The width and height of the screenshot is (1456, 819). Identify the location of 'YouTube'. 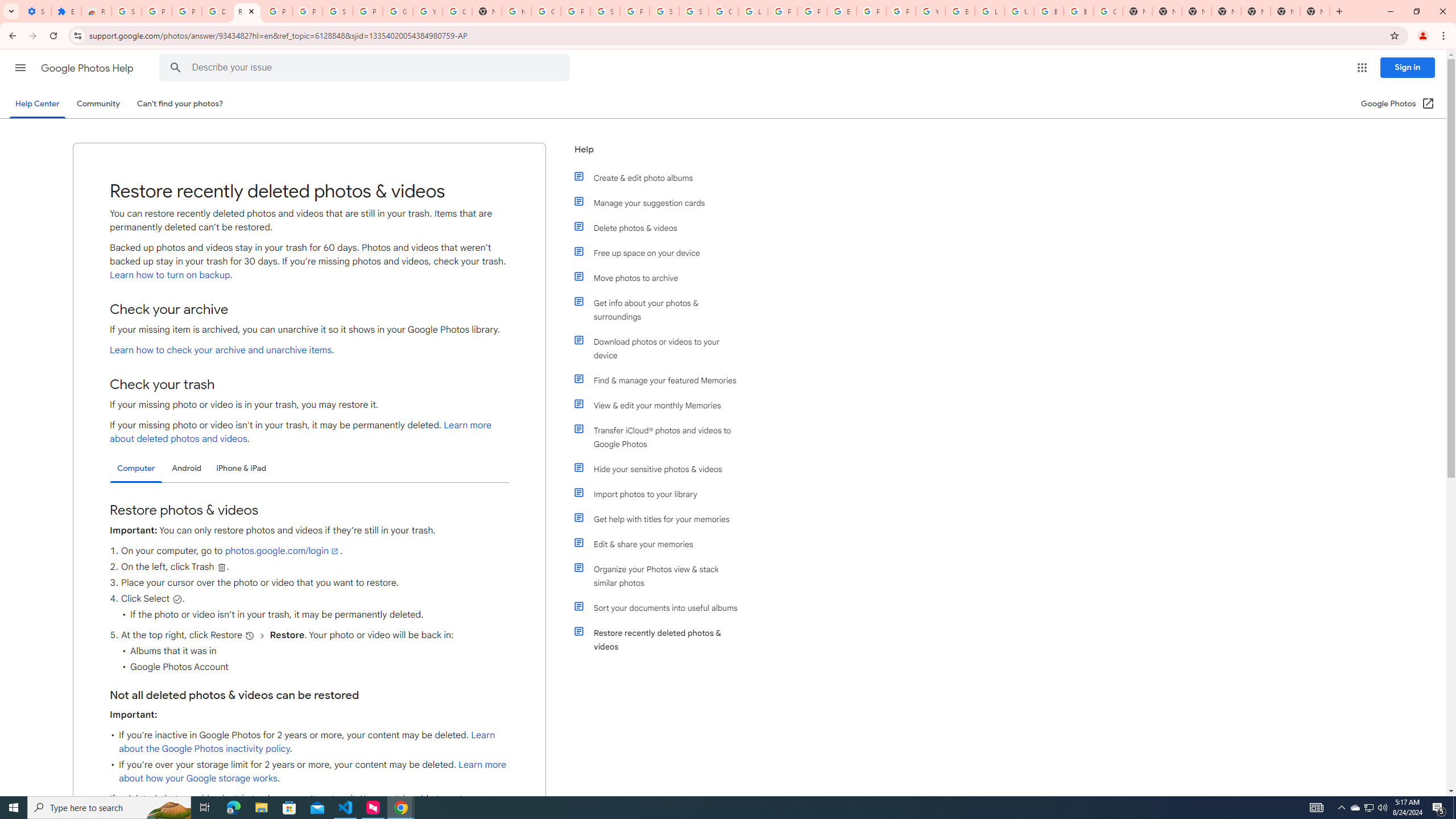
(929, 11).